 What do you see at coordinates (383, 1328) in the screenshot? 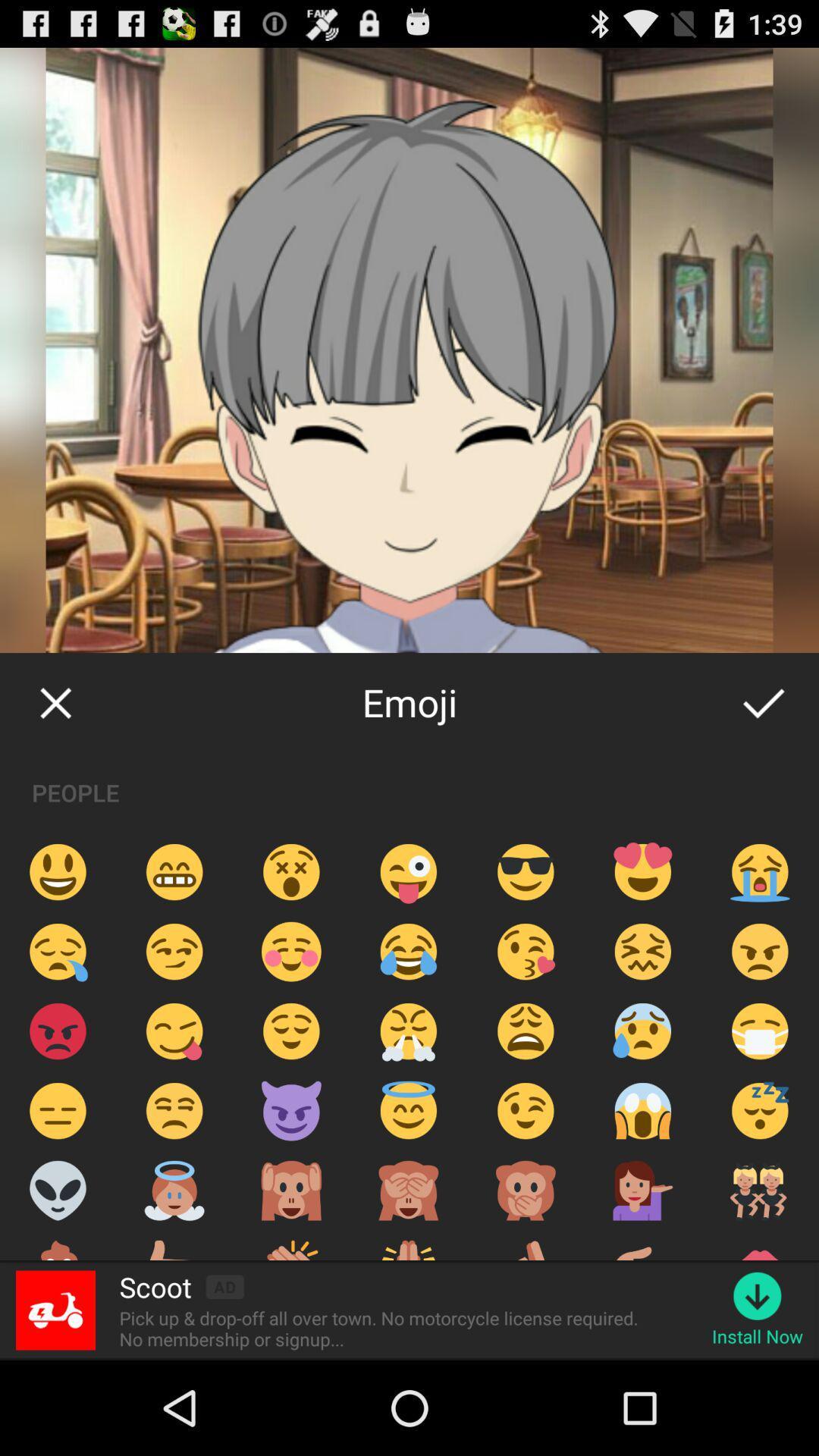
I see `app to the left of install now icon` at bounding box center [383, 1328].